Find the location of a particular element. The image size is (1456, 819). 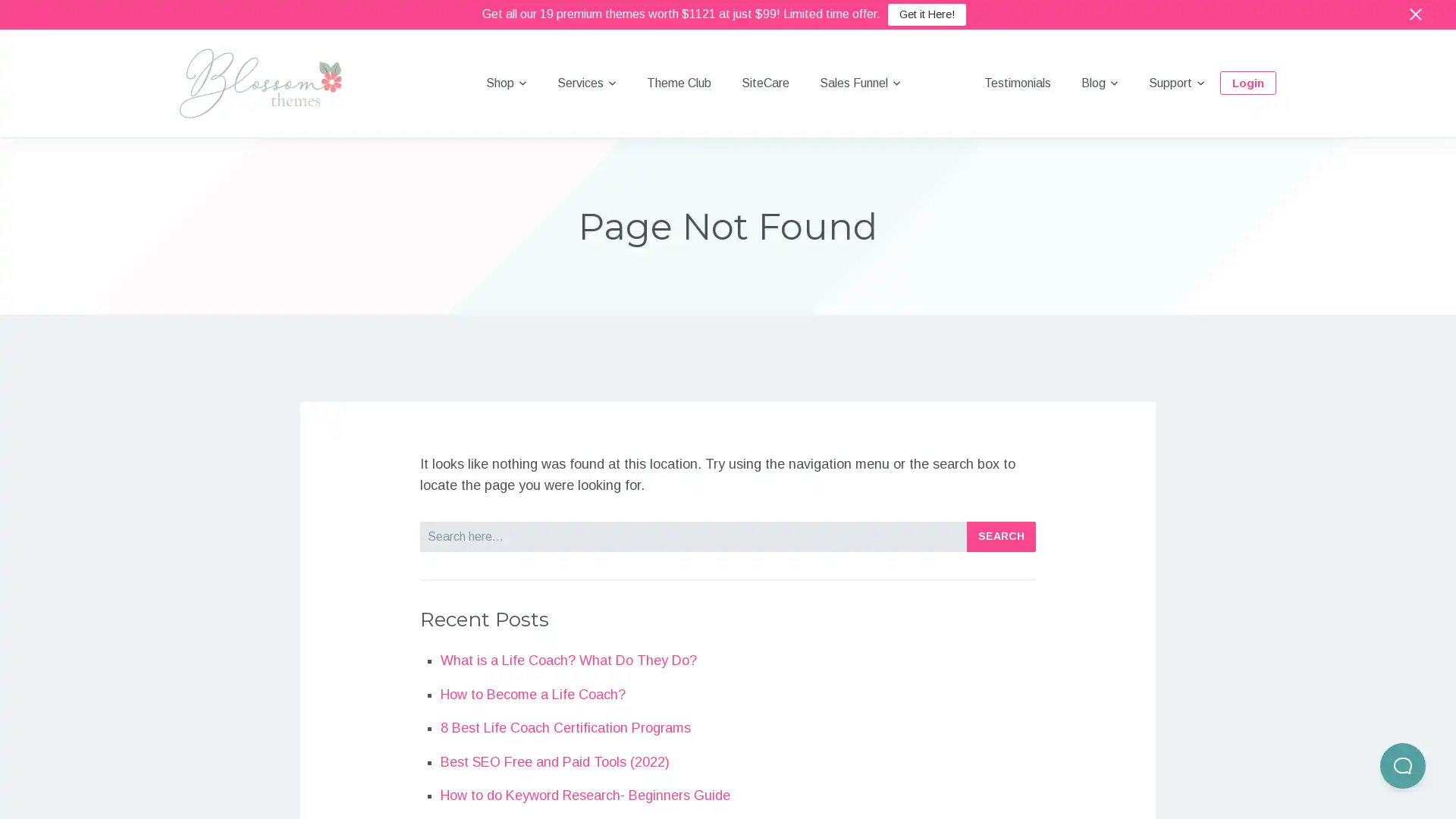

Search is located at coordinates (1001, 535).